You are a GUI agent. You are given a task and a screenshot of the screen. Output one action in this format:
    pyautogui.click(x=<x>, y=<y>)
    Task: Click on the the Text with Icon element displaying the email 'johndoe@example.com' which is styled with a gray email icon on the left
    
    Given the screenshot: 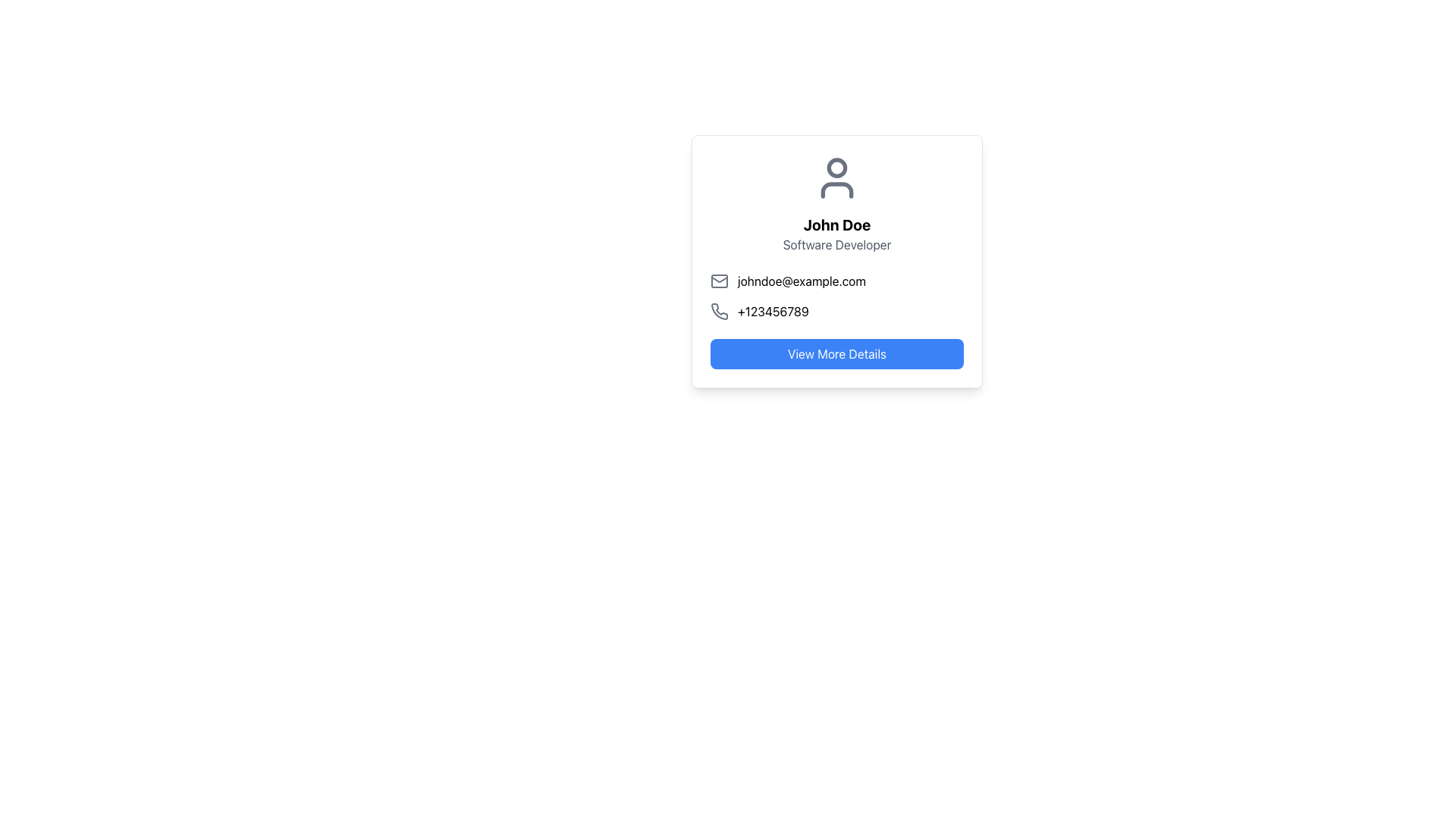 What is the action you would take?
    pyautogui.click(x=836, y=281)
    